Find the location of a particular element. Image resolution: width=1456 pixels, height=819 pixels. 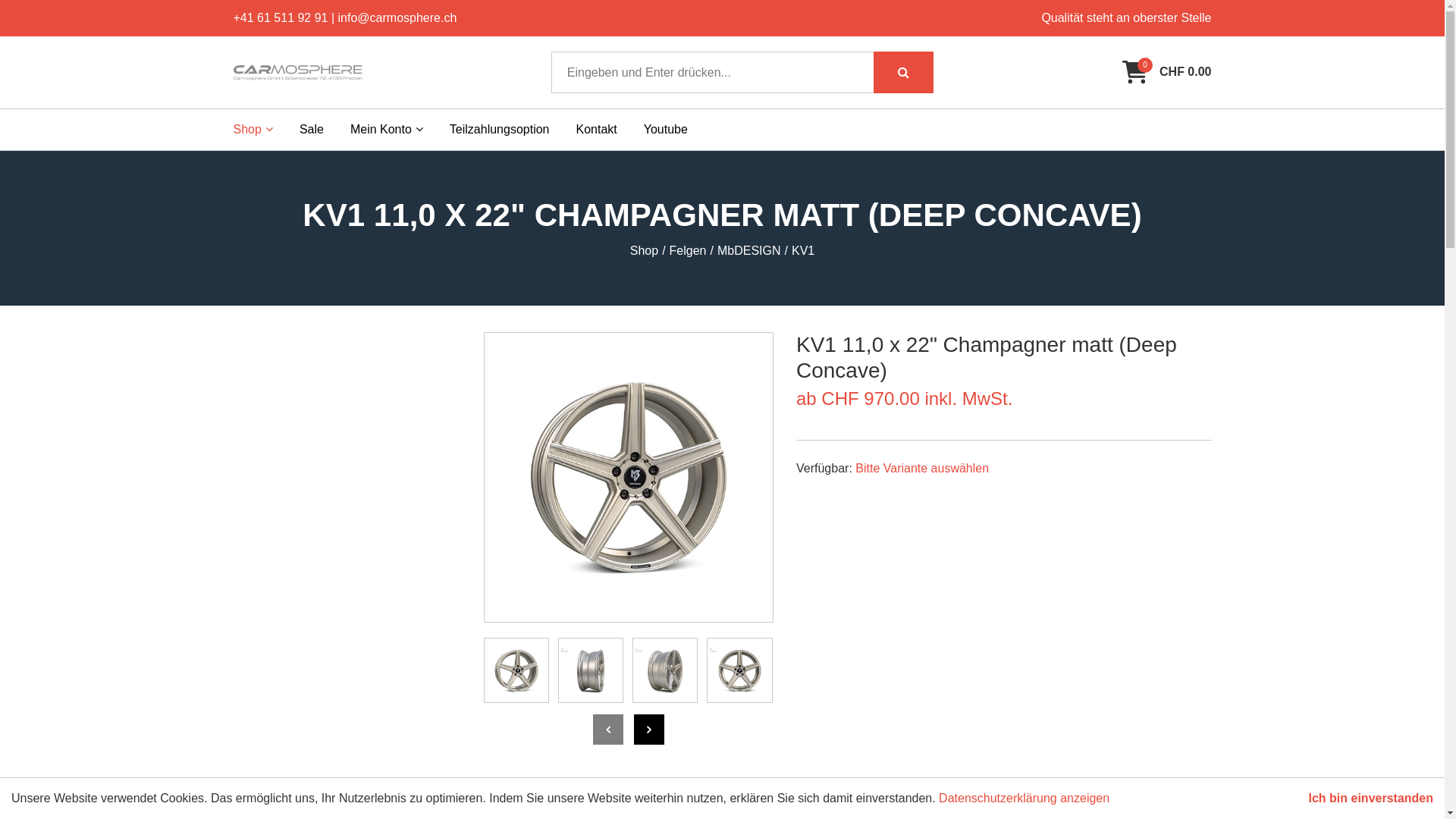

'KV1' is located at coordinates (802, 250).